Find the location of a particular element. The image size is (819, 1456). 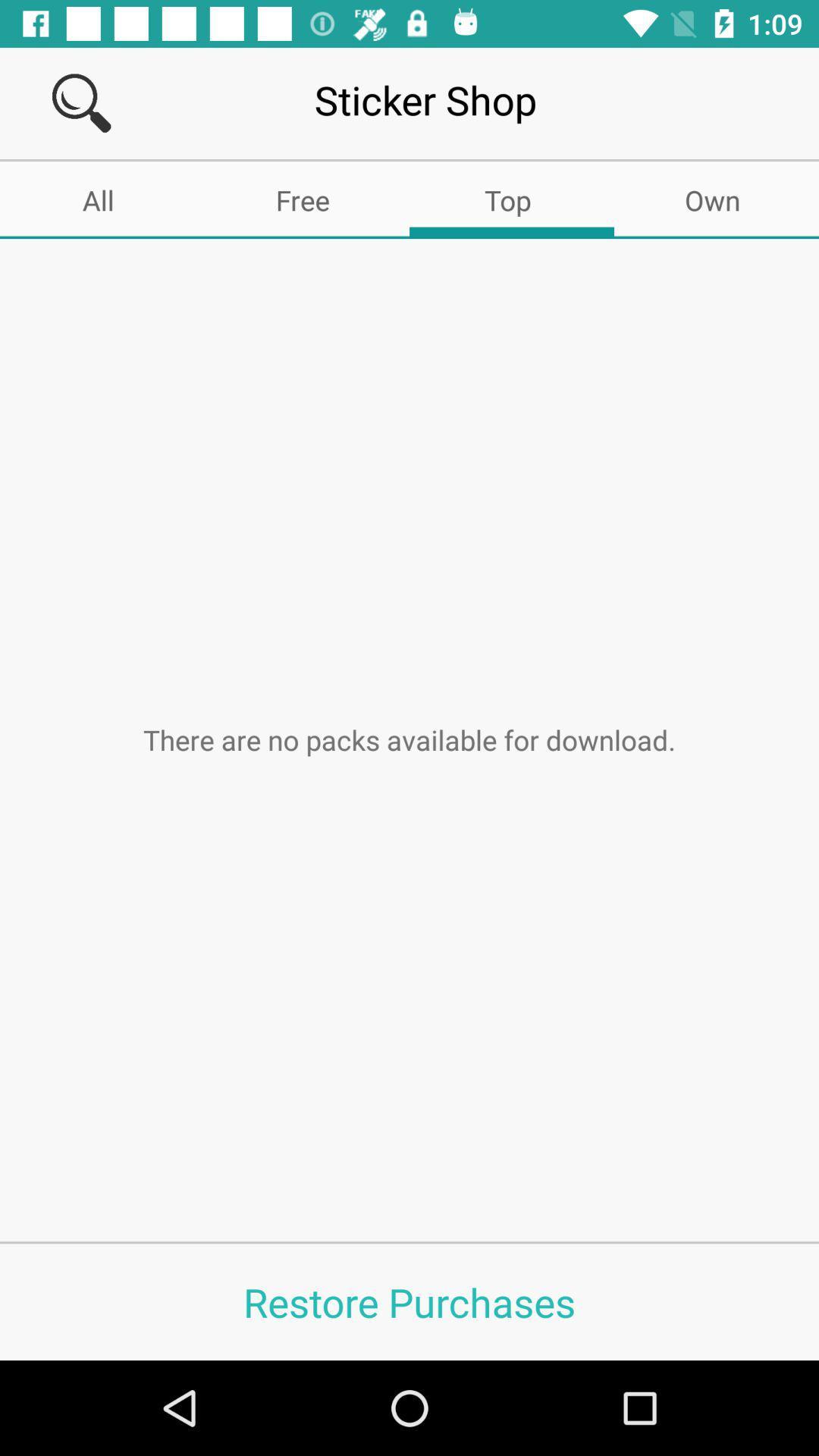

search is located at coordinates (81, 102).